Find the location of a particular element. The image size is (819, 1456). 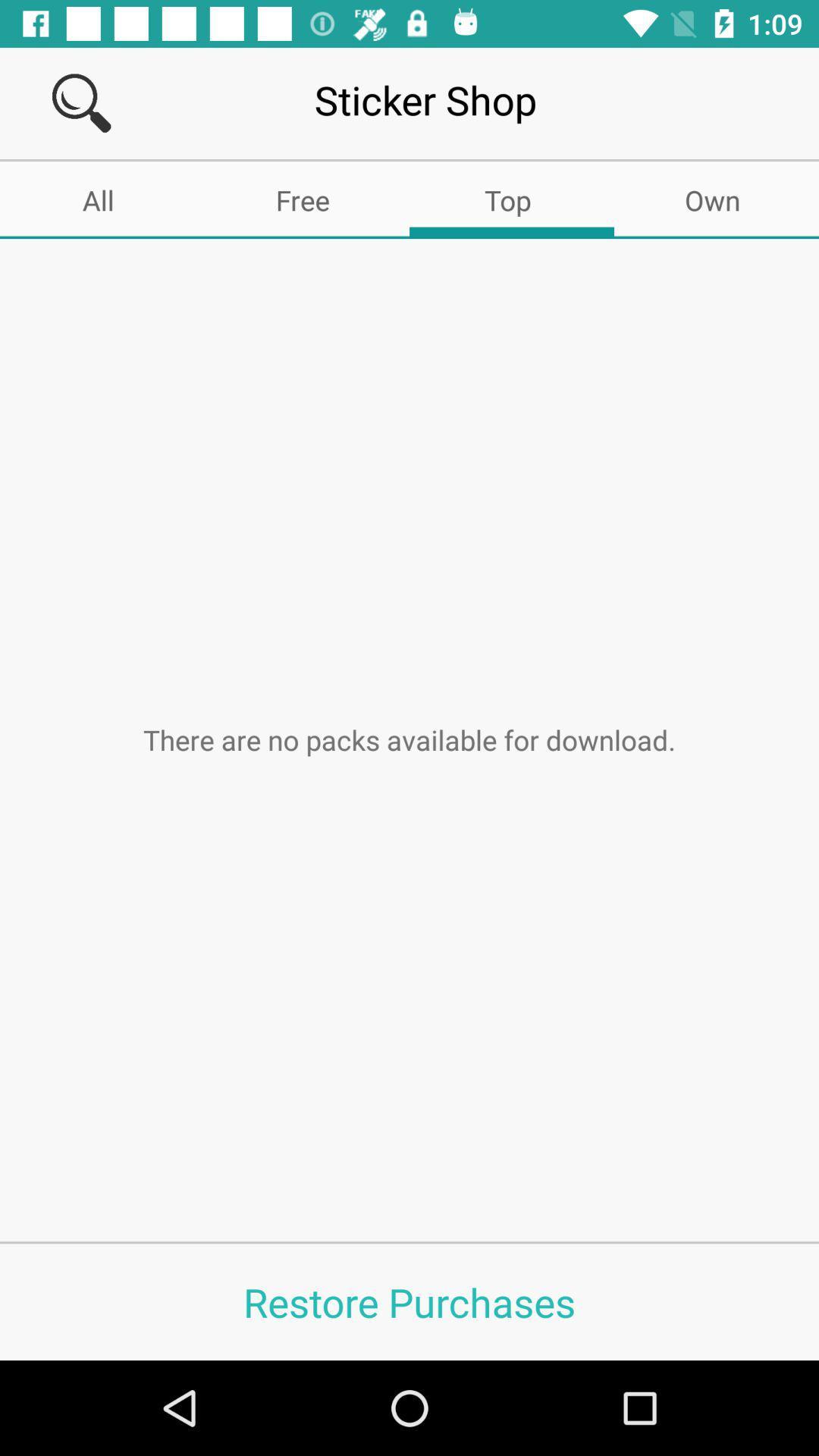

search is located at coordinates (81, 102).